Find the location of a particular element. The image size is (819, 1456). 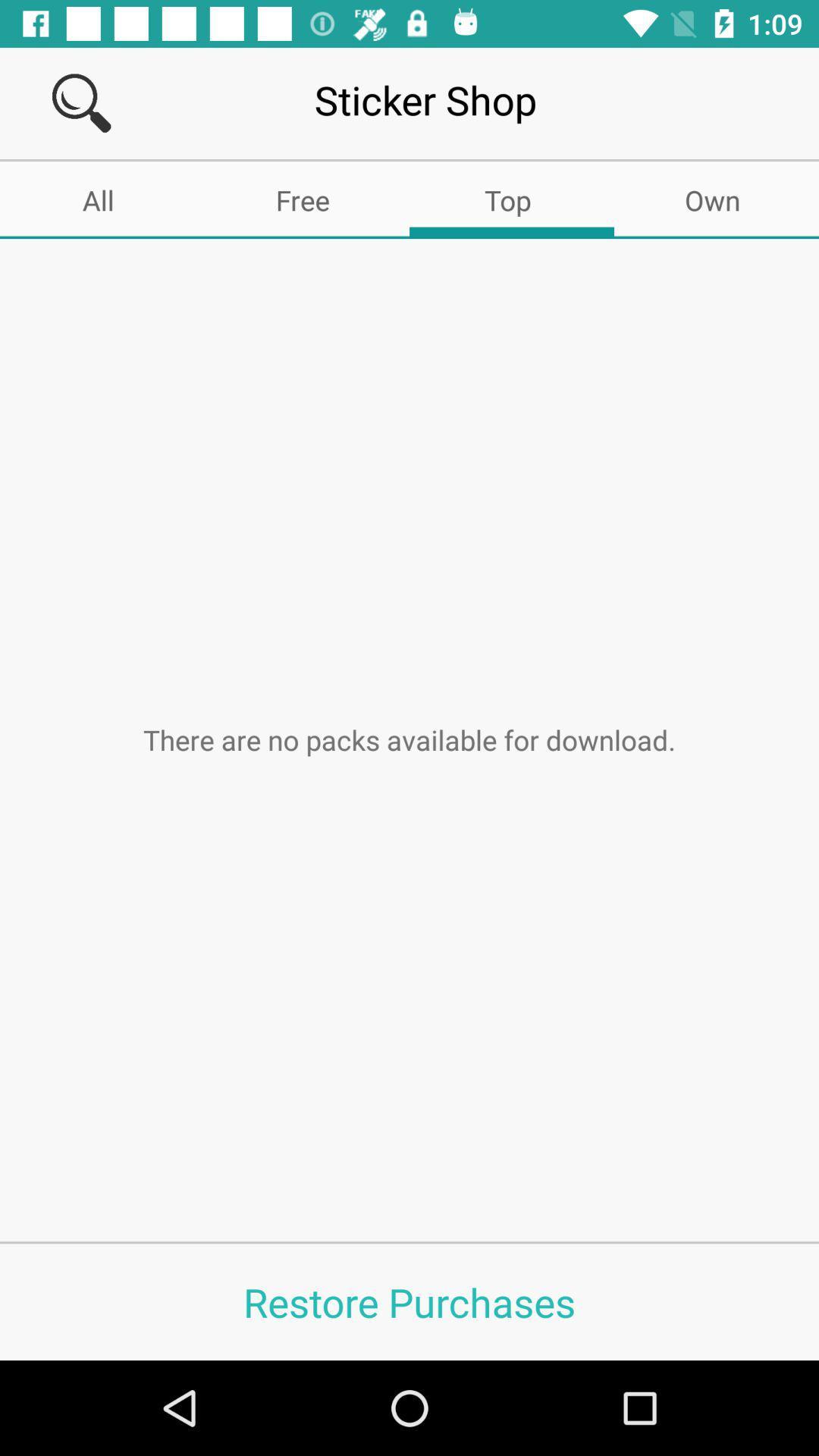

search is located at coordinates (81, 102).